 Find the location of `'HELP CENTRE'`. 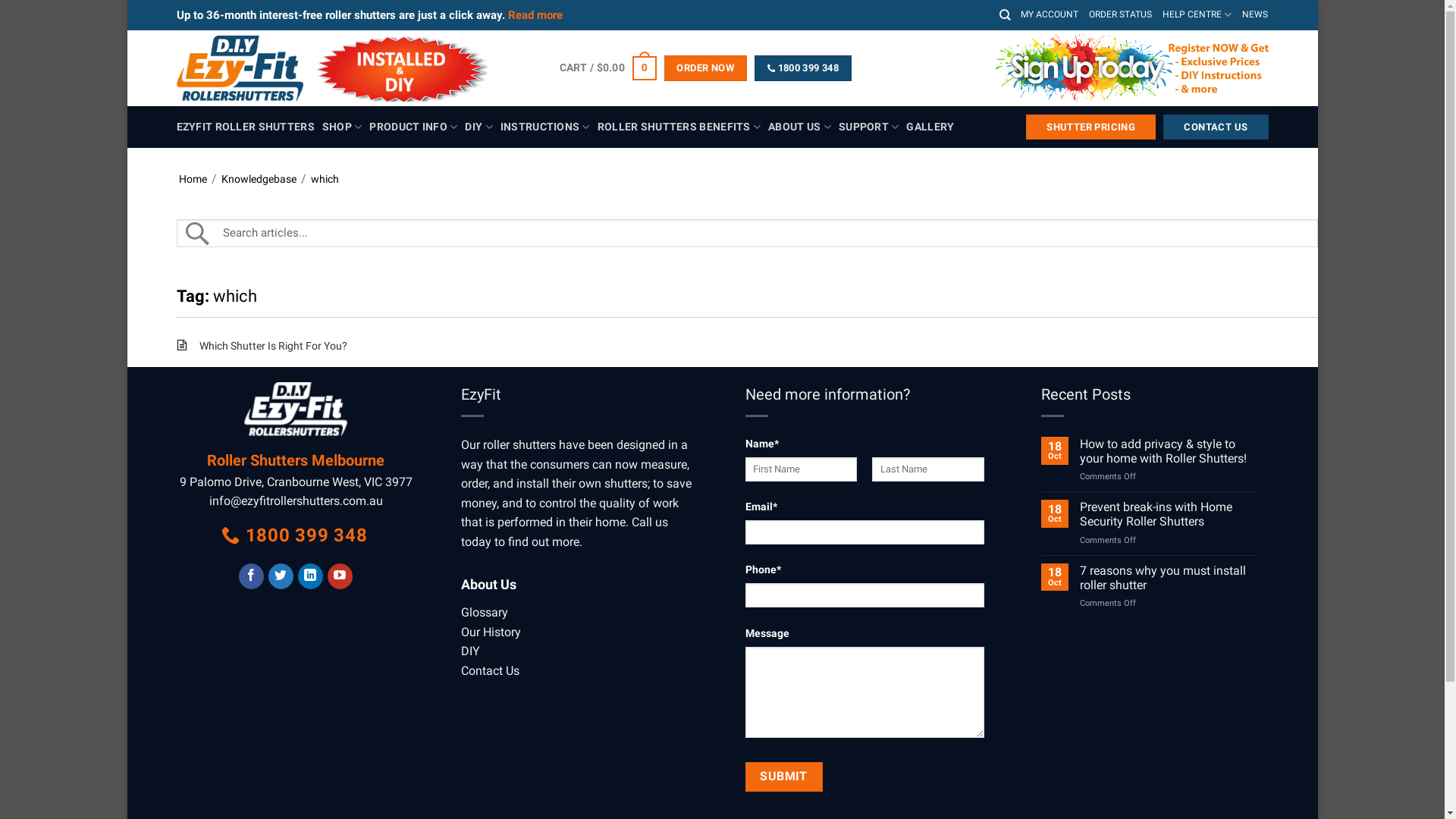

'HELP CENTRE' is located at coordinates (1196, 14).